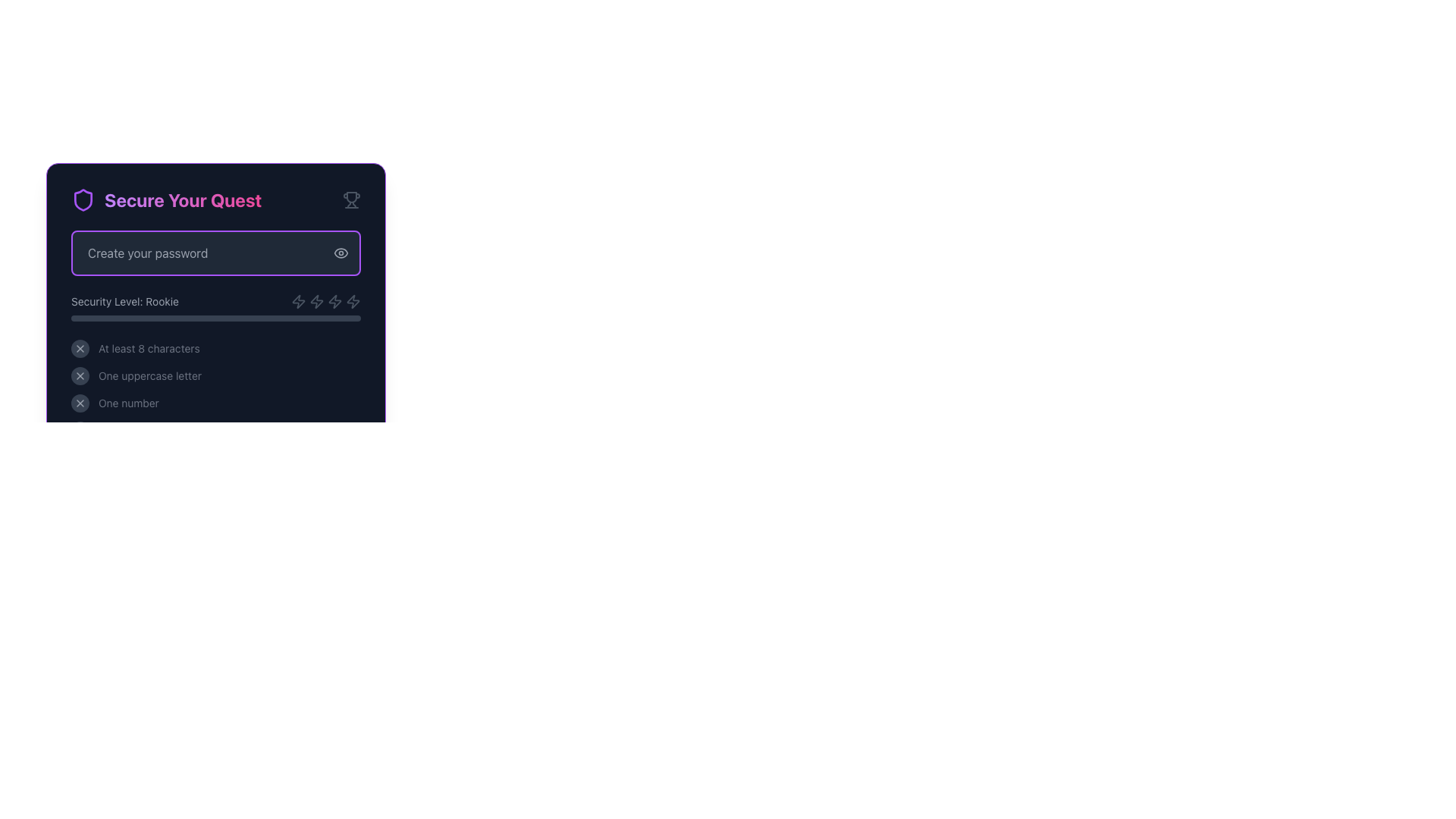 The height and width of the screenshot is (819, 1456). What do you see at coordinates (315, 301) in the screenshot?
I see `the minimalist gray lightning bolt icon located in the third row of the password validation panel, adjacent to the password security level label` at bounding box center [315, 301].